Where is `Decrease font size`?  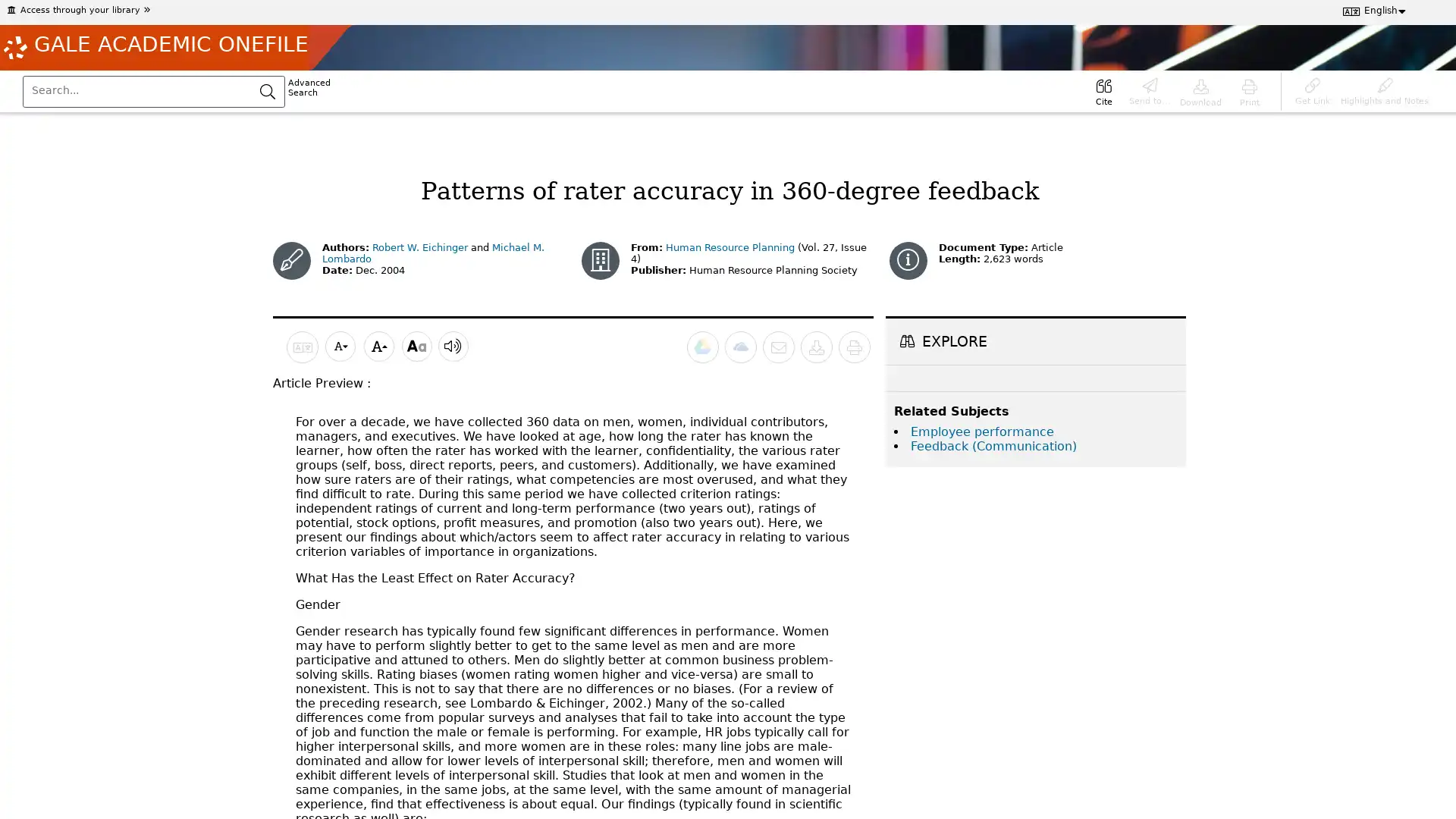 Decrease font size is located at coordinates (340, 346).